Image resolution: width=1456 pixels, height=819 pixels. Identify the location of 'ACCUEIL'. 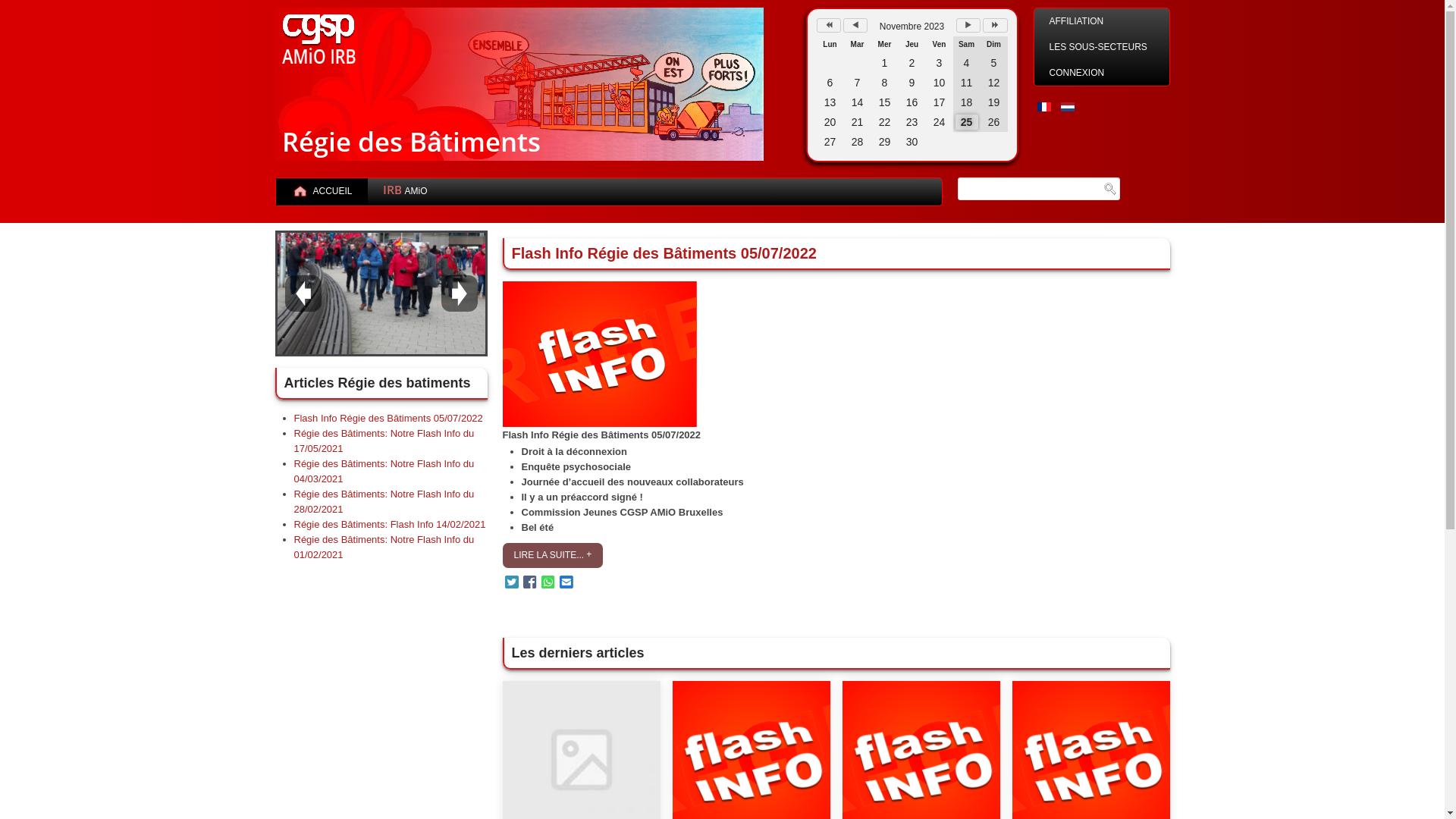
(321, 191).